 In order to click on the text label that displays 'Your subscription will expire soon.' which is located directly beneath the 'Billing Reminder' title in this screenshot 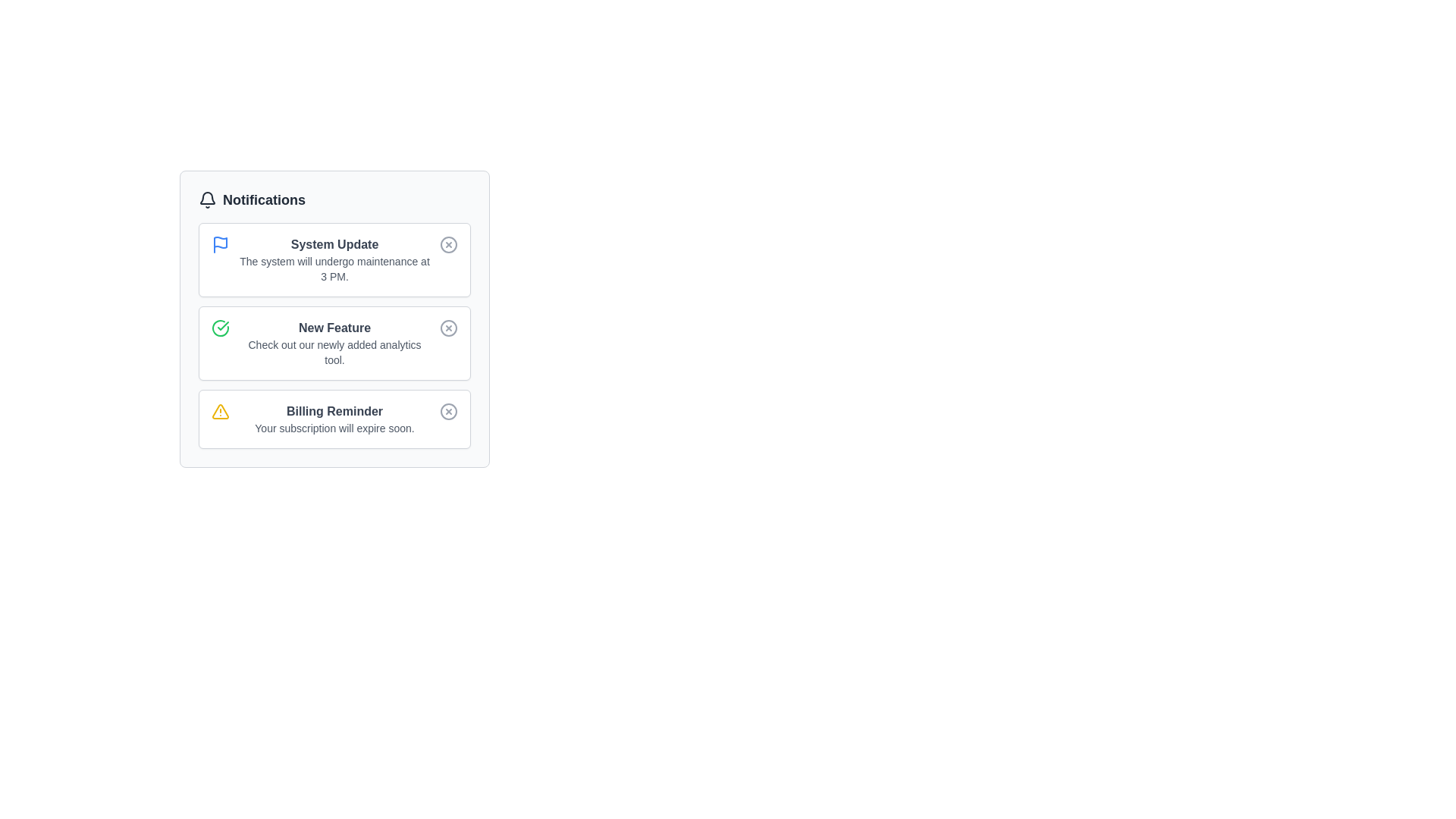, I will do `click(334, 428)`.